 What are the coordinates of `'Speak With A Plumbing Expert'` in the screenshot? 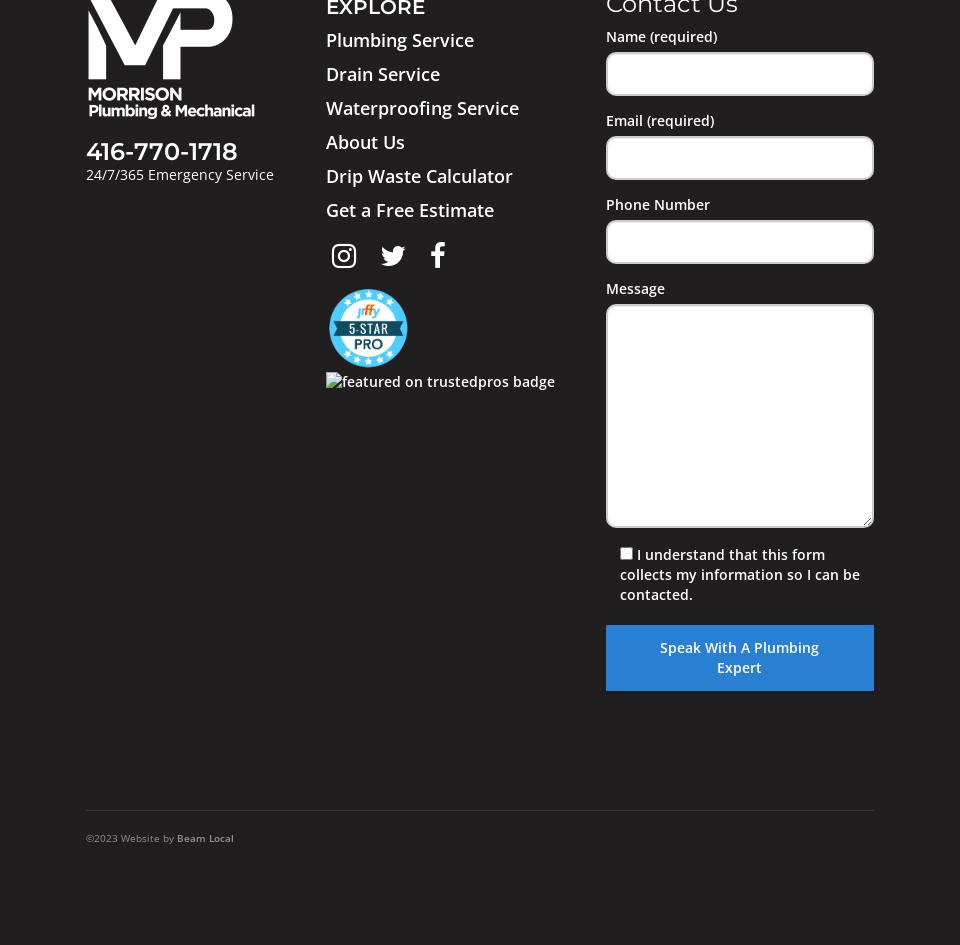 It's located at (659, 656).